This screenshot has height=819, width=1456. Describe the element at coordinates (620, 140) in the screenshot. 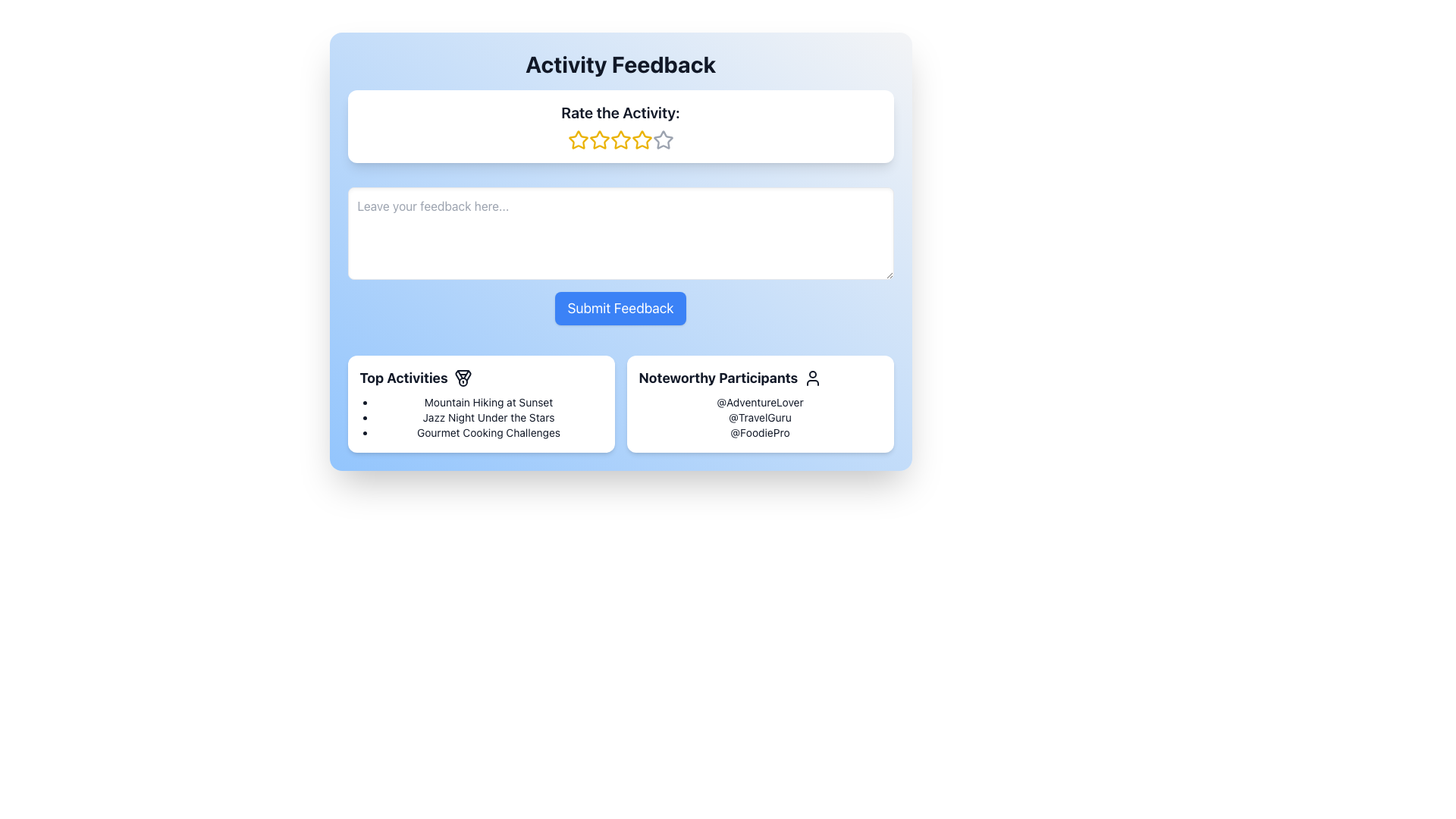

I see `the third star` at that location.